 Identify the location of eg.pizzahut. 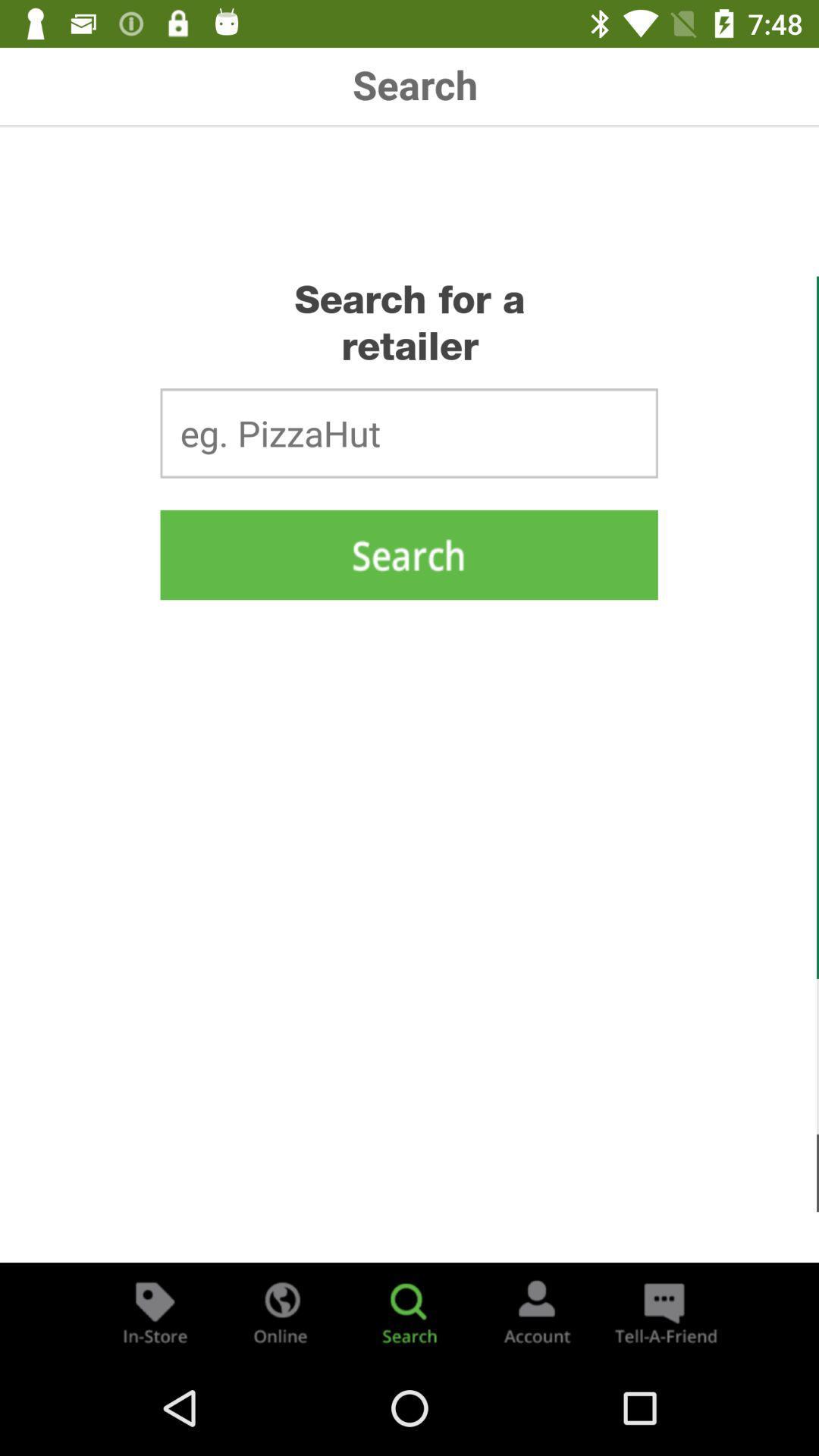
(408, 432).